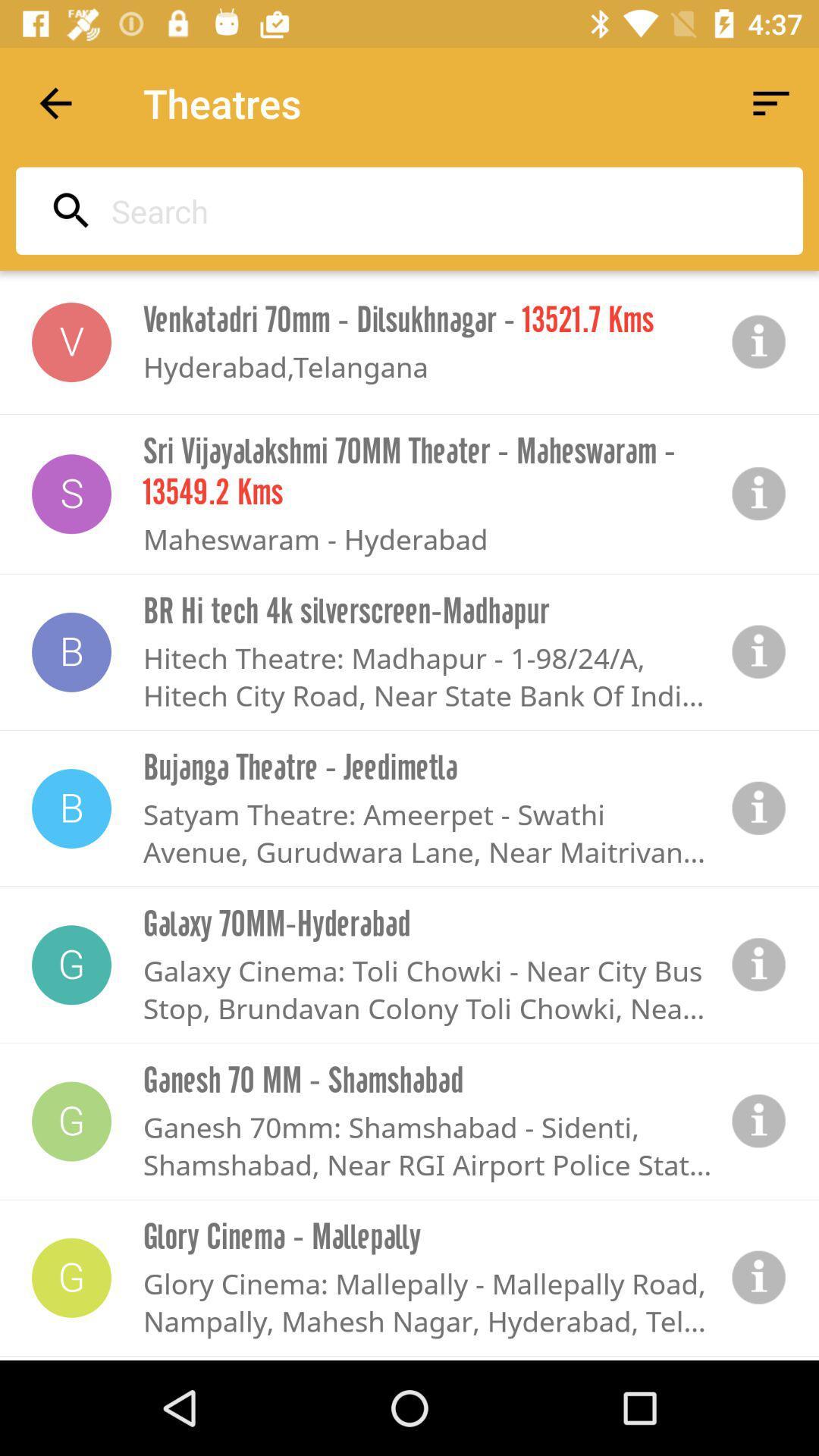 This screenshot has width=819, height=1456. Describe the element at coordinates (759, 652) in the screenshot. I see `information` at that location.